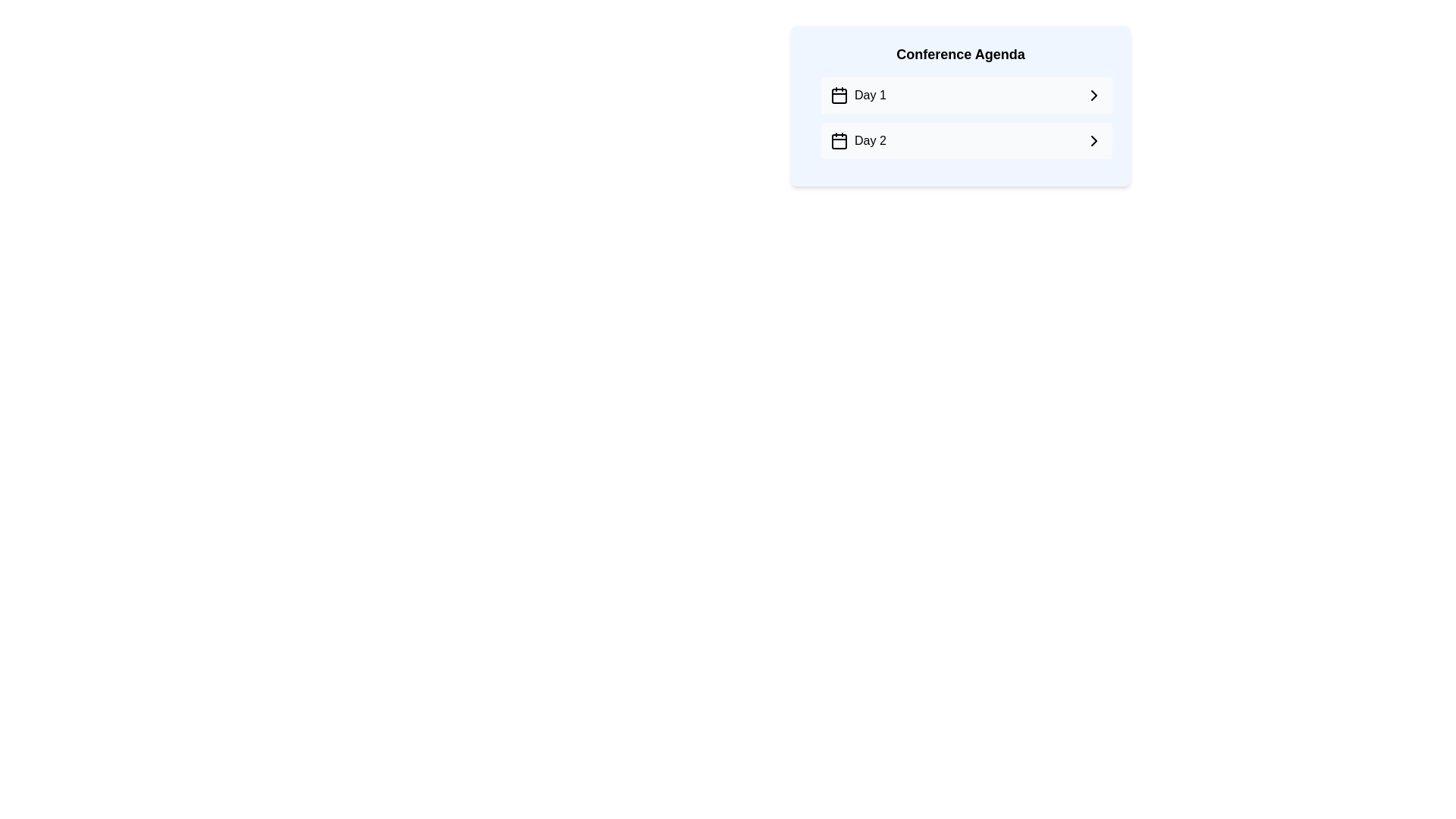  Describe the element at coordinates (1094, 140) in the screenshot. I see `the right-facing chevron arrow icon located in the row for 'Day 2'` at that location.